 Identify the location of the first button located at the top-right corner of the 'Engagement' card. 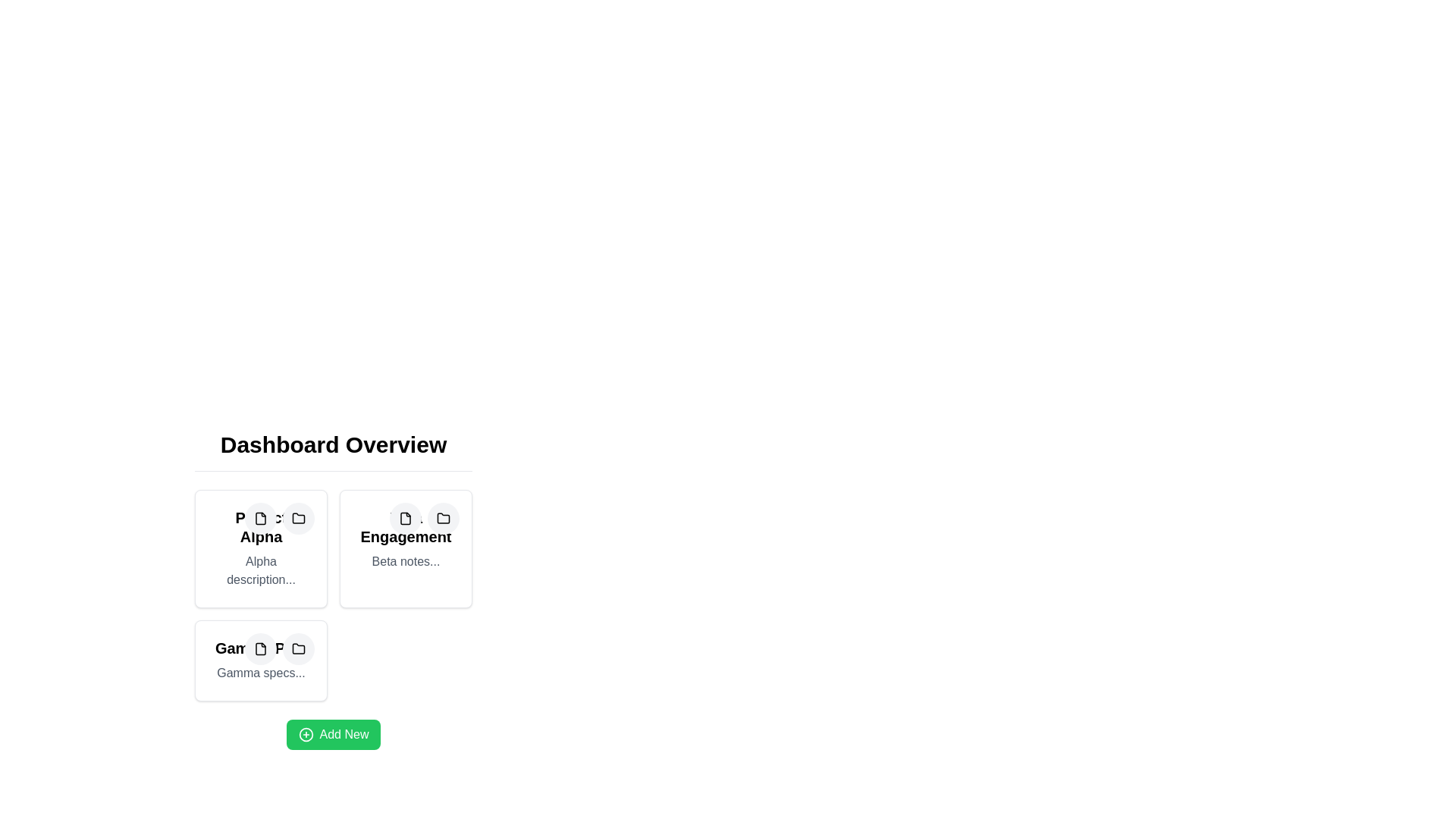
(405, 517).